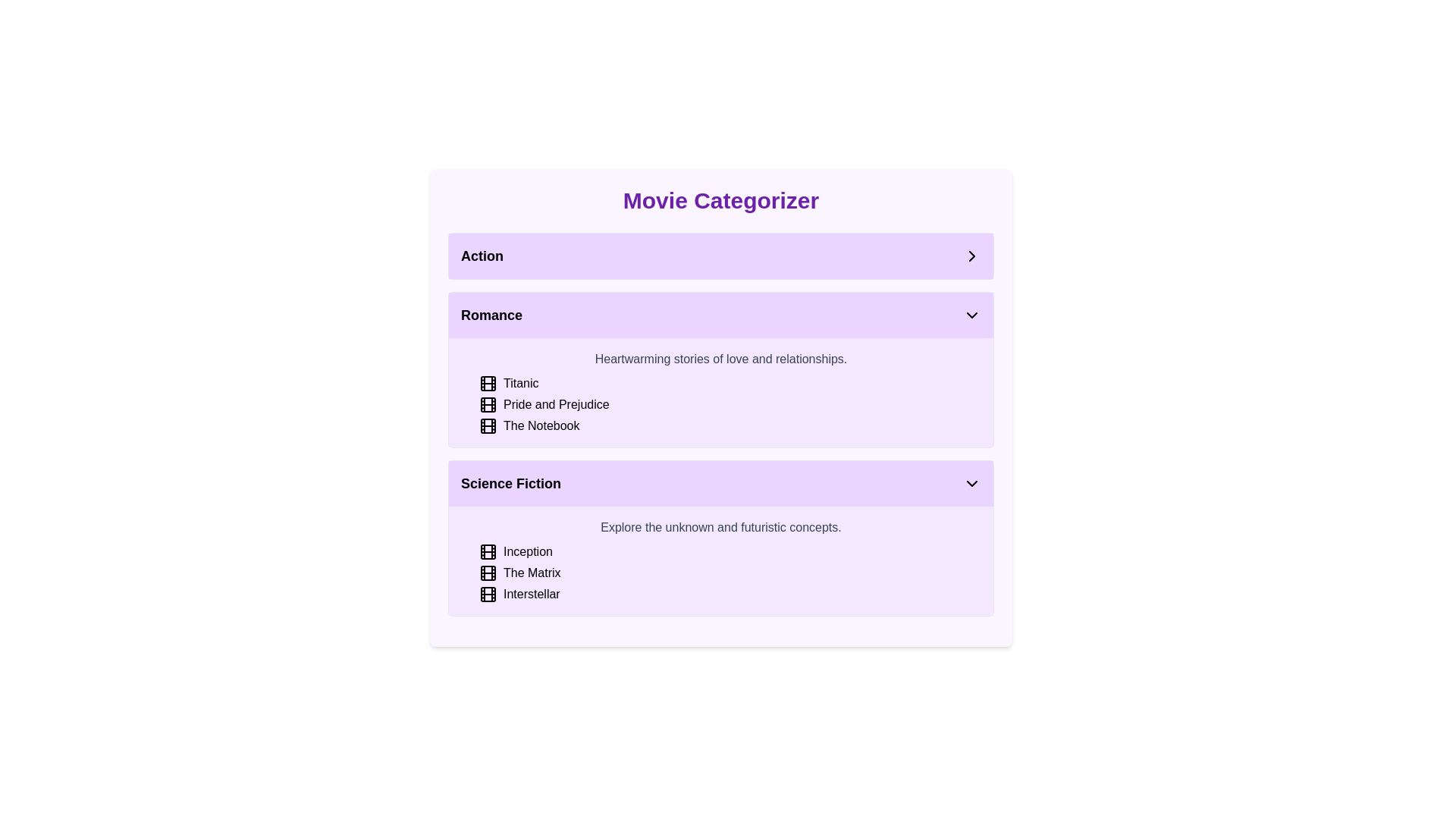  Describe the element at coordinates (720, 256) in the screenshot. I see `the 'Action' category selector in the movie categorization interface` at that location.